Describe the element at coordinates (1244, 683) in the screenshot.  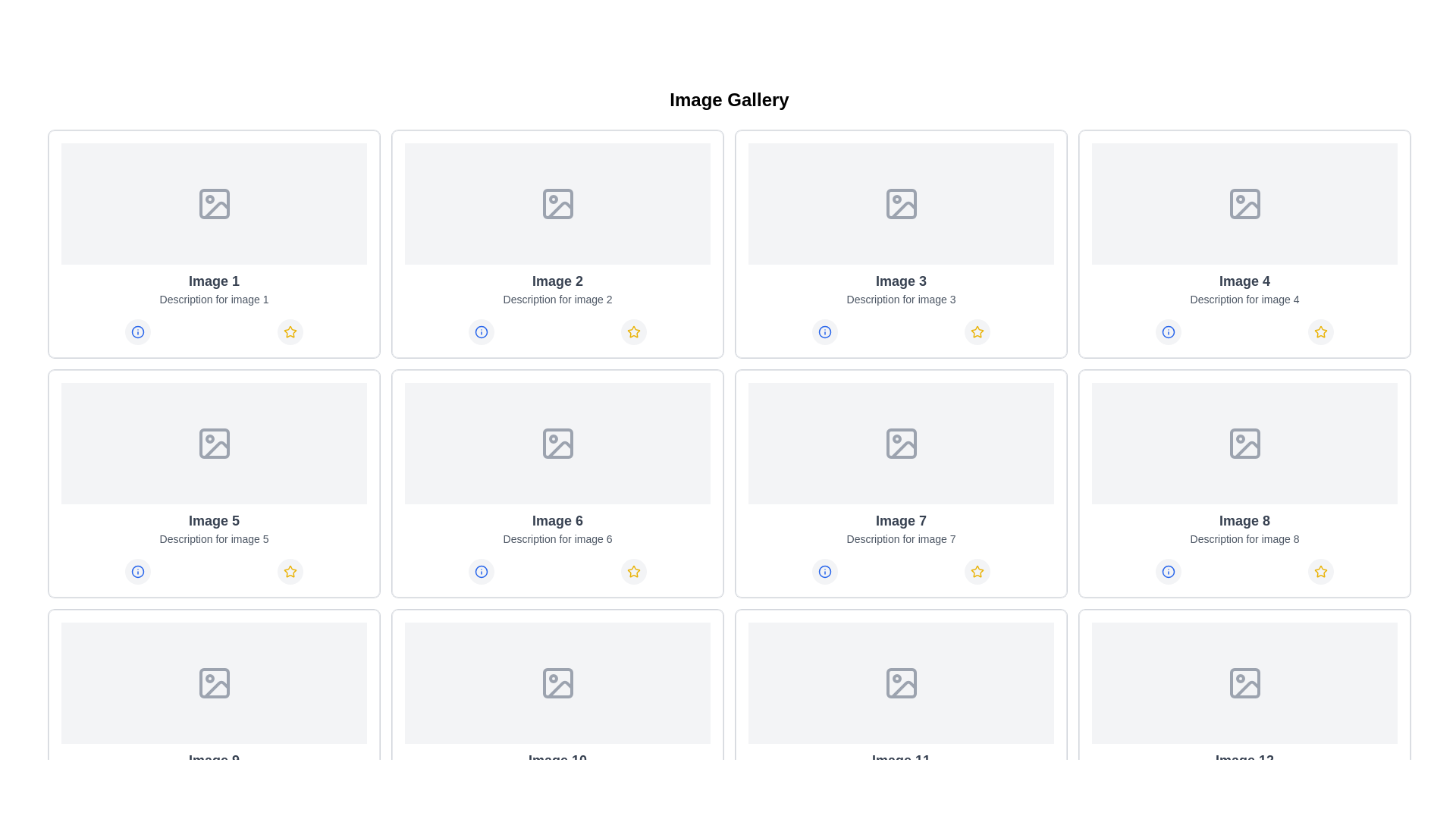
I see `the Placeholder Icon representing the image upload location for Image 13 in the grid layout` at that location.